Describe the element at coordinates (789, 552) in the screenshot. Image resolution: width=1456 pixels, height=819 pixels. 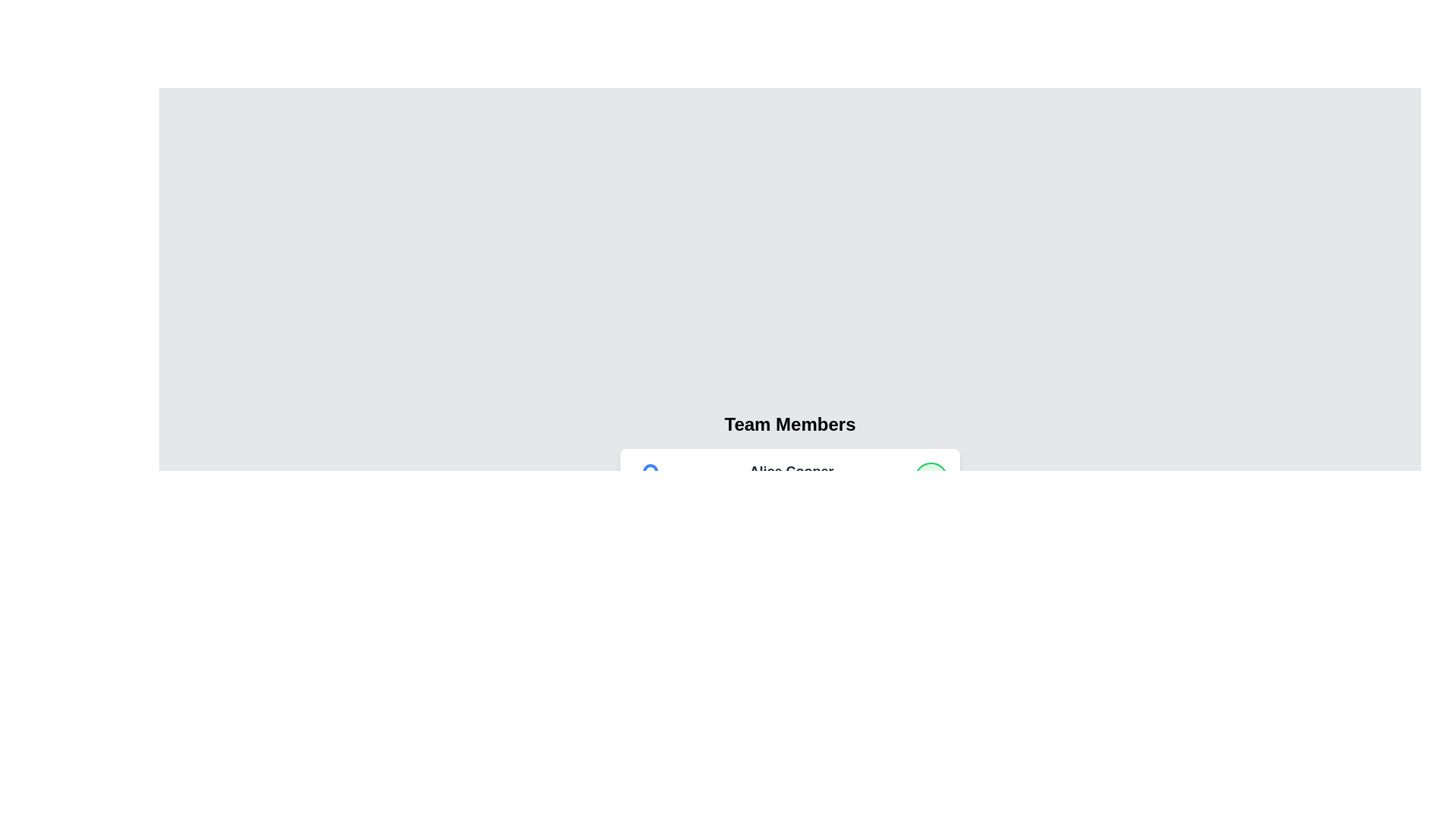
I see `displayed name and role on the user card located beneath 'Alice Cooper Leader' in the vertically stacked list` at that location.